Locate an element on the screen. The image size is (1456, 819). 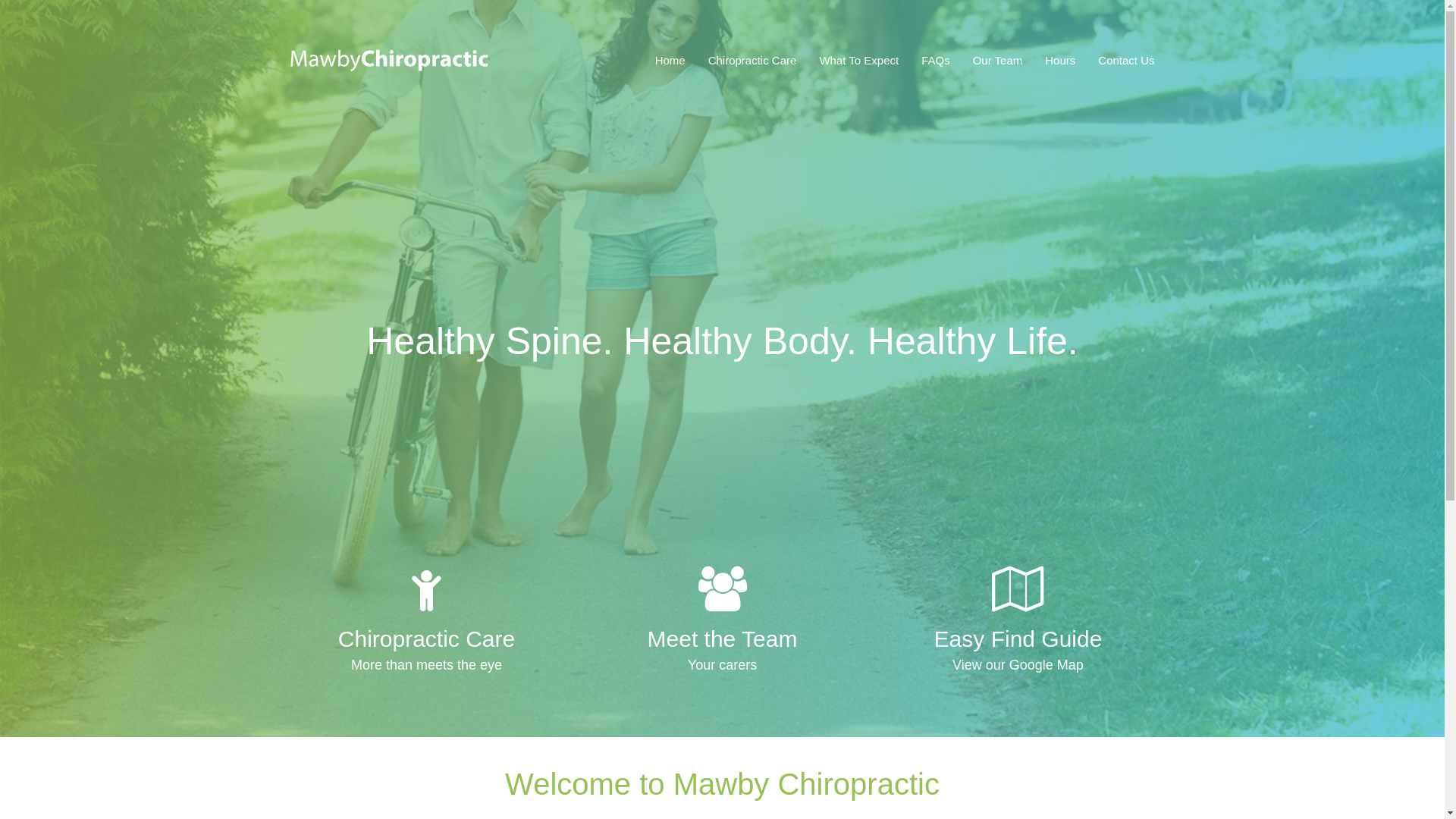
'What To Expect' is located at coordinates (858, 60).